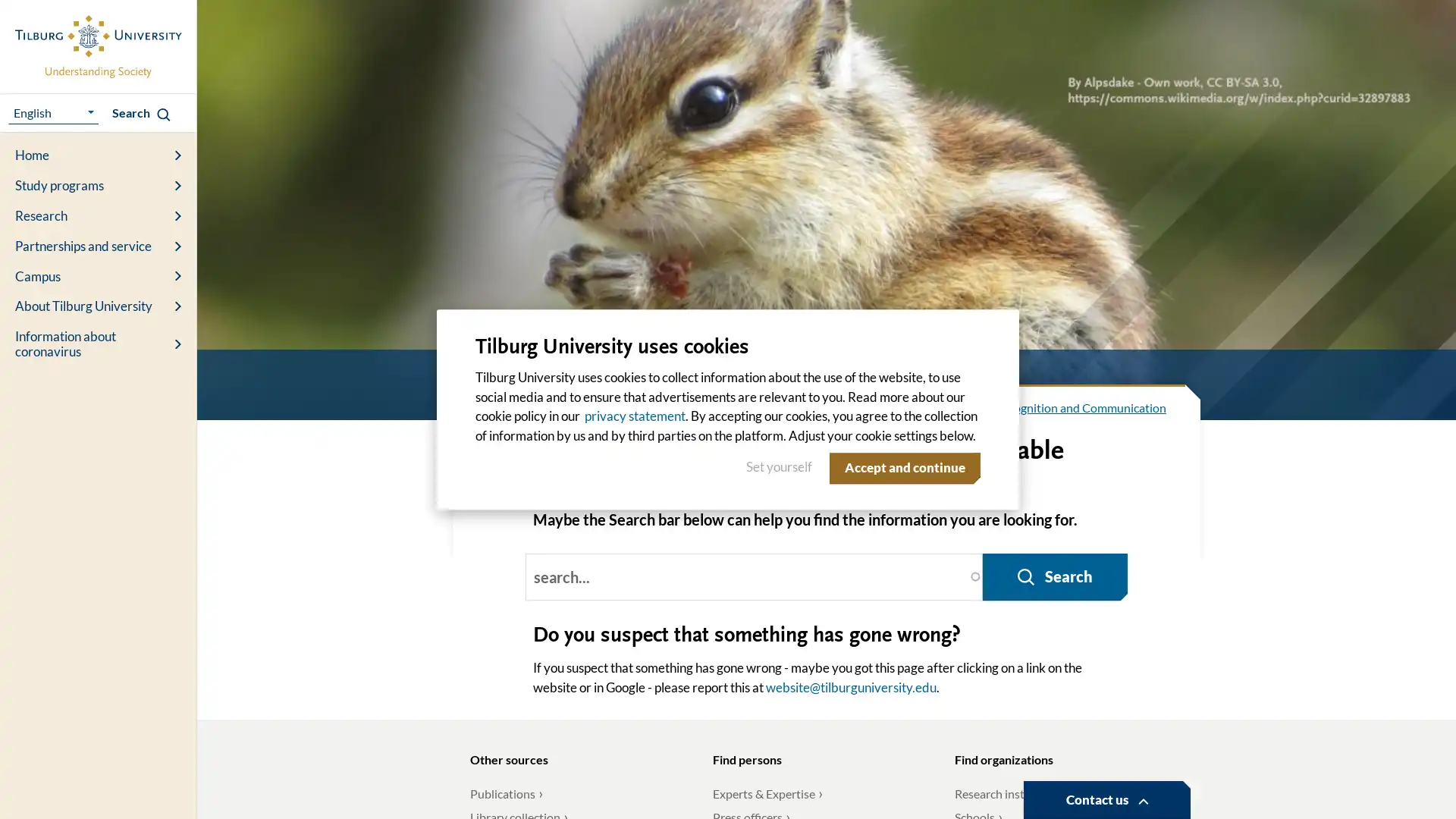 This screenshot has width=1456, height=819. Describe the element at coordinates (1050, 522) in the screenshot. I see `Search` at that location.